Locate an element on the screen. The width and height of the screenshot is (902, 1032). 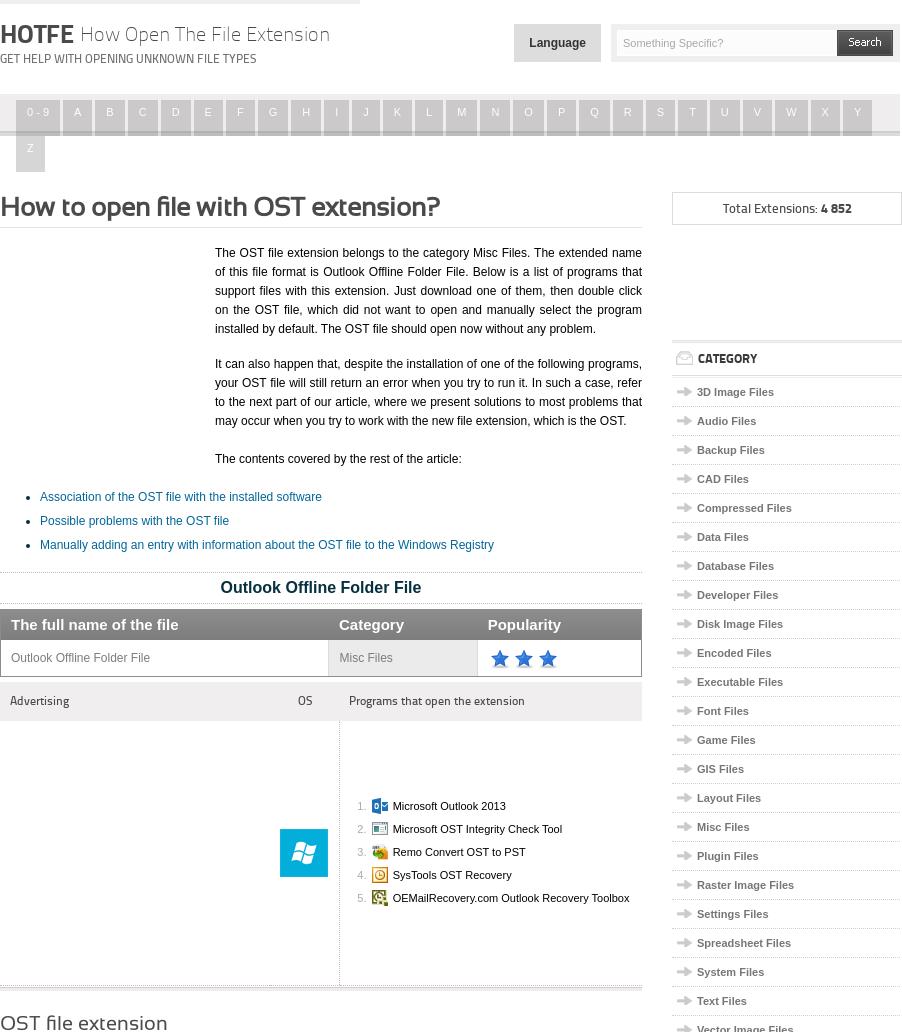
'Executable Files' is located at coordinates (696, 681).